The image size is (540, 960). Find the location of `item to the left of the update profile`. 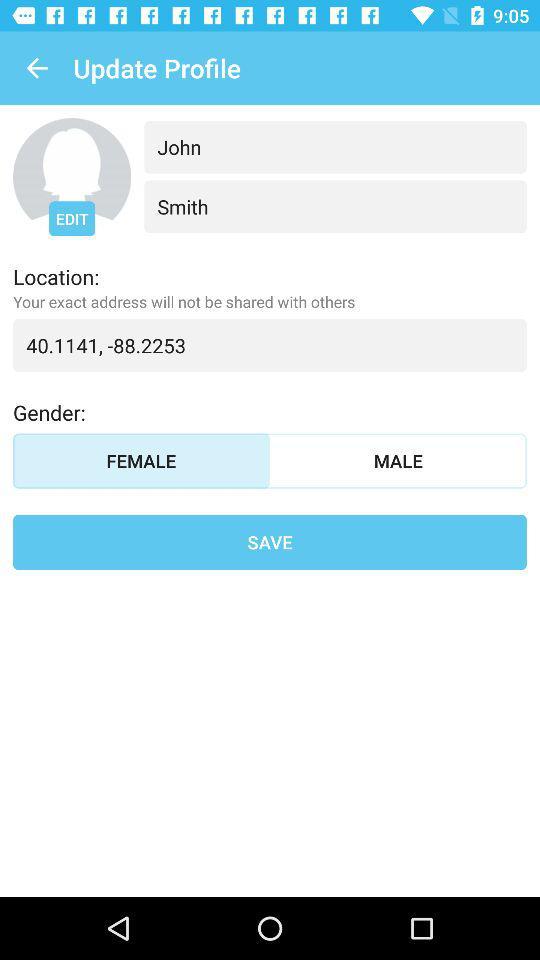

item to the left of the update profile is located at coordinates (36, 68).